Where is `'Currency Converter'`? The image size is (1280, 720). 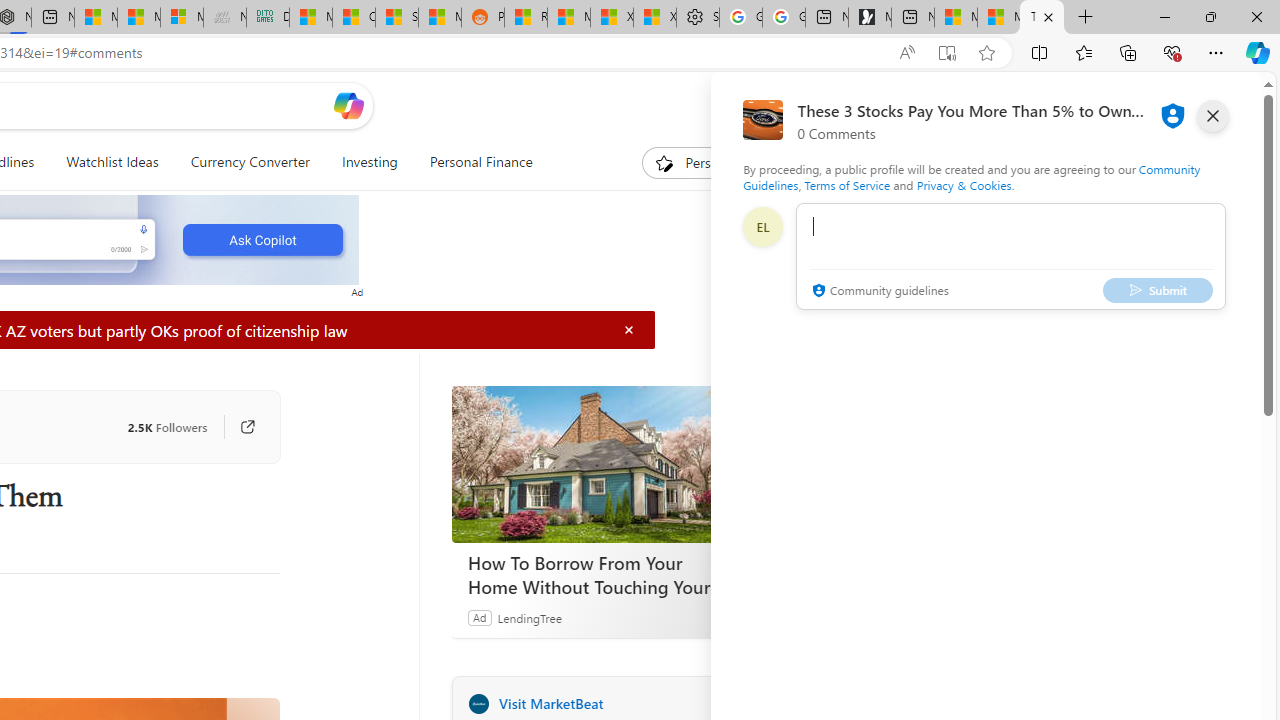
'Currency Converter' is located at coordinates (248, 162).